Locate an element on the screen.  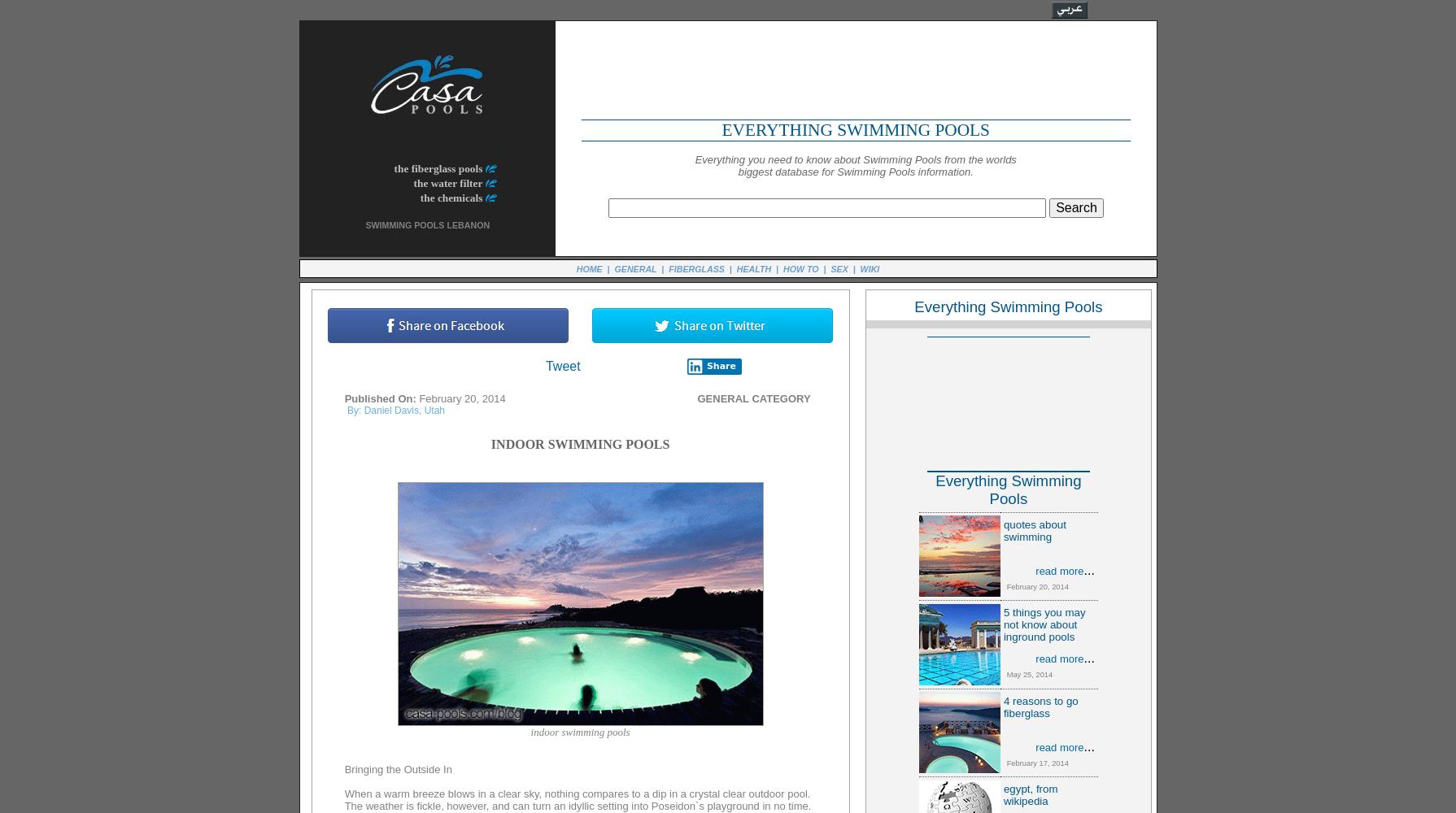
'WIKI' is located at coordinates (869, 267).